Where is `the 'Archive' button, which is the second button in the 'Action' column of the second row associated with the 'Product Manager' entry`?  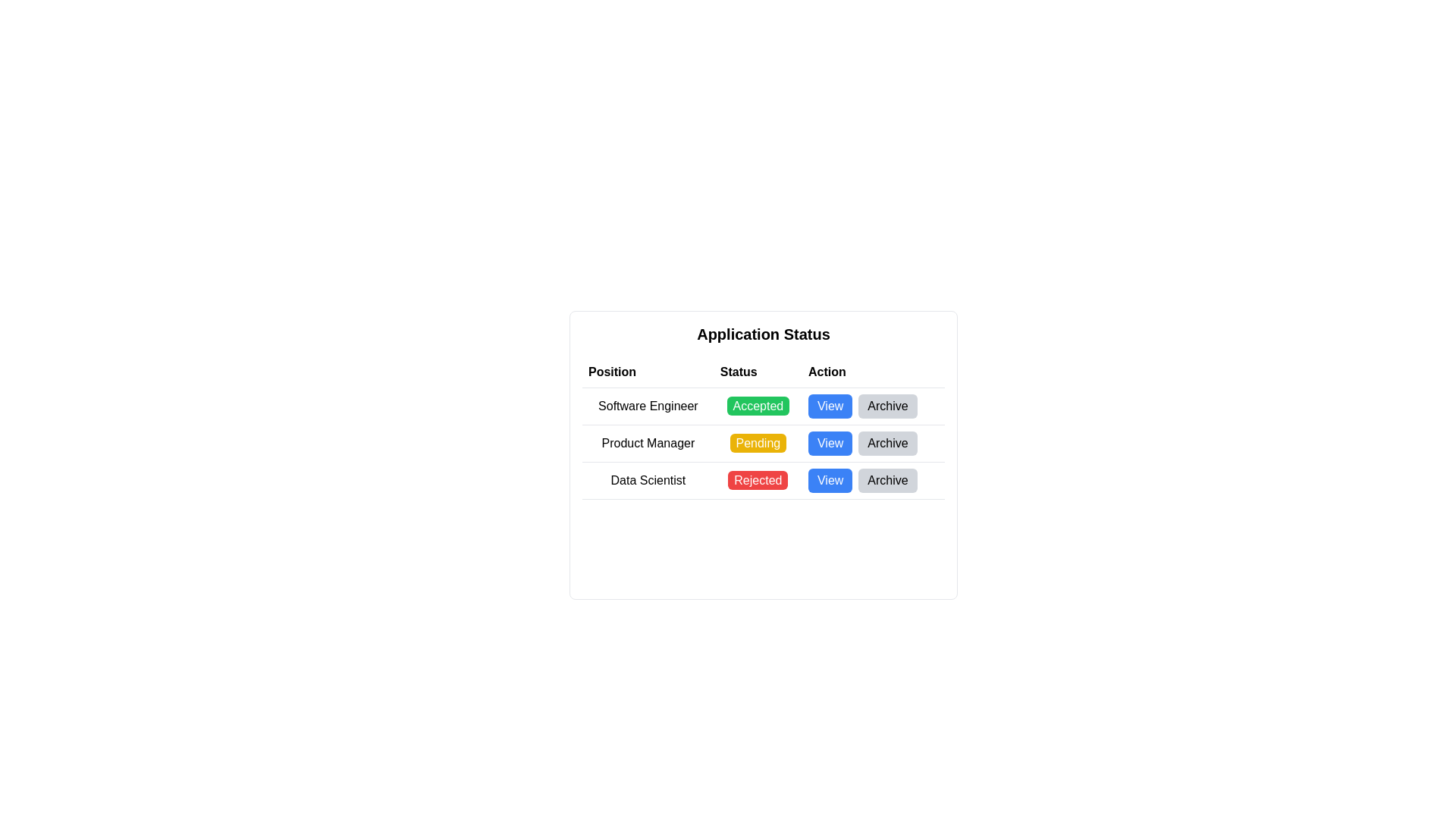
the 'Archive' button, which is the second button in the 'Action' column of the second row associated with the 'Product Manager' entry is located at coordinates (874, 444).